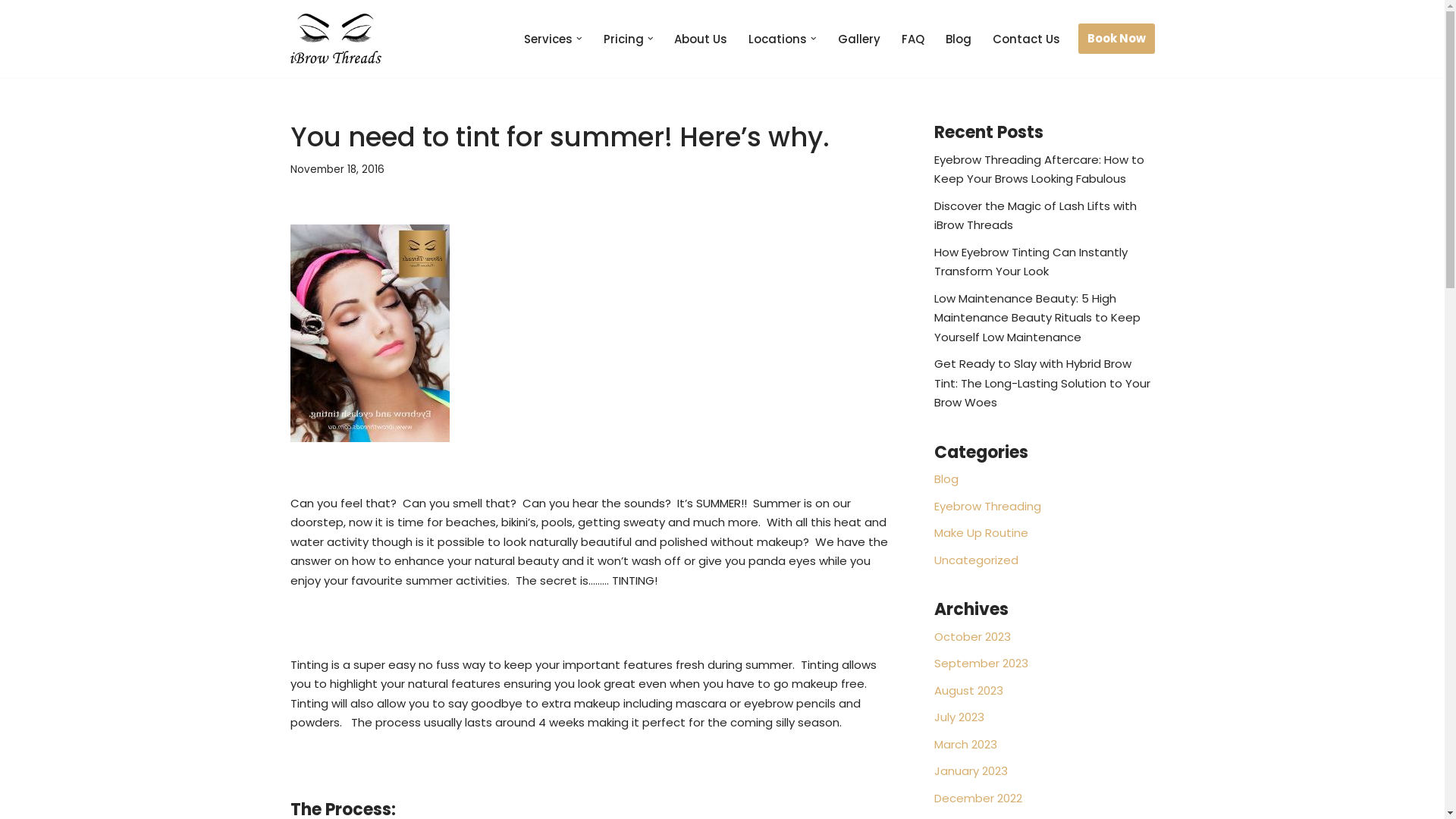 Image resolution: width=1456 pixels, height=819 pixels. What do you see at coordinates (912, 38) in the screenshot?
I see `'FAQ'` at bounding box center [912, 38].